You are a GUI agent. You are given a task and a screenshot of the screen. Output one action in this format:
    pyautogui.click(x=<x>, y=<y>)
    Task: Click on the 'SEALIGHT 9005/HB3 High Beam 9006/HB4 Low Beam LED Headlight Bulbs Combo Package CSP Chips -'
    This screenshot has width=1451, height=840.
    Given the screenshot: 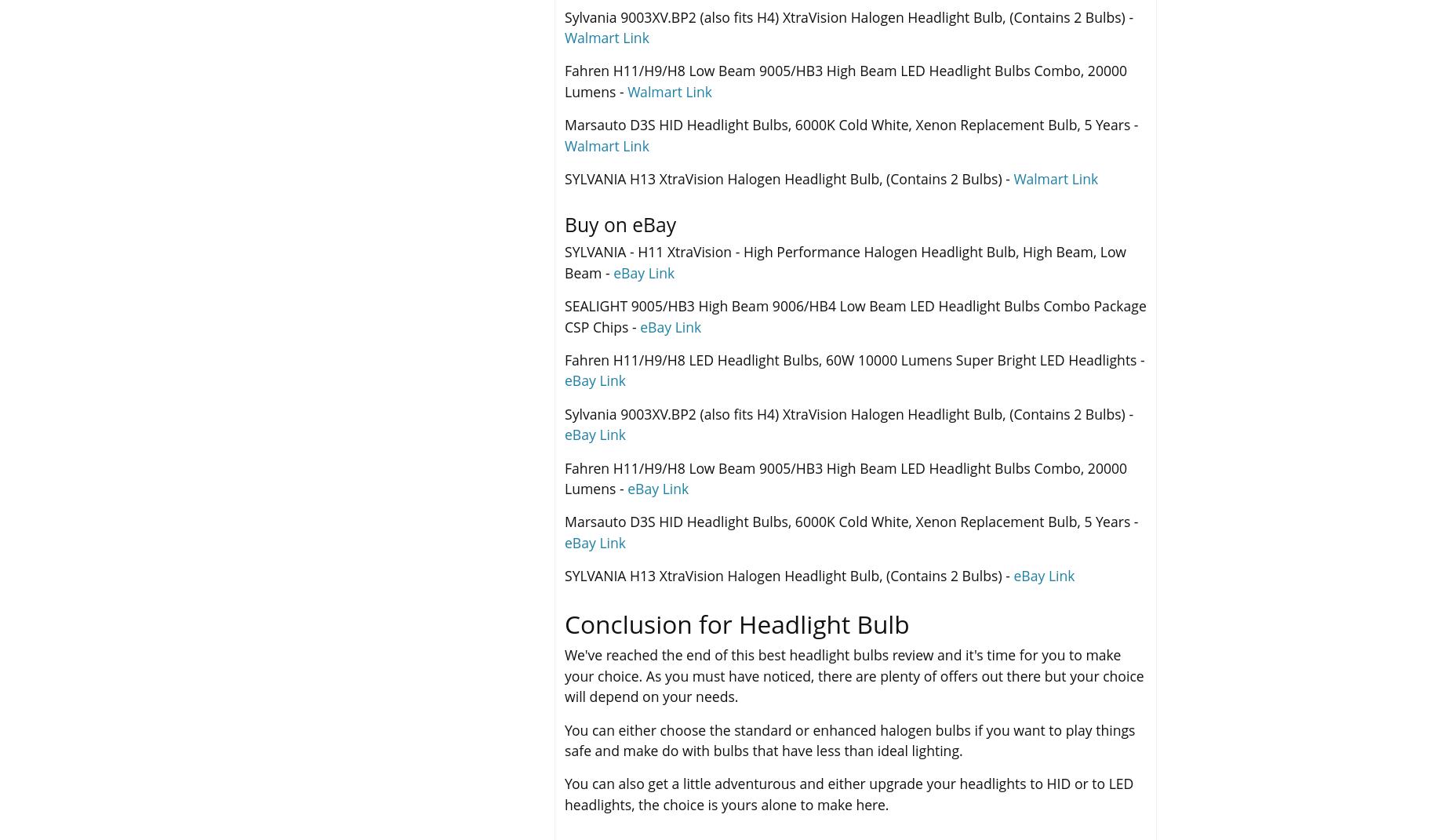 What is the action you would take?
    pyautogui.click(x=854, y=316)
    